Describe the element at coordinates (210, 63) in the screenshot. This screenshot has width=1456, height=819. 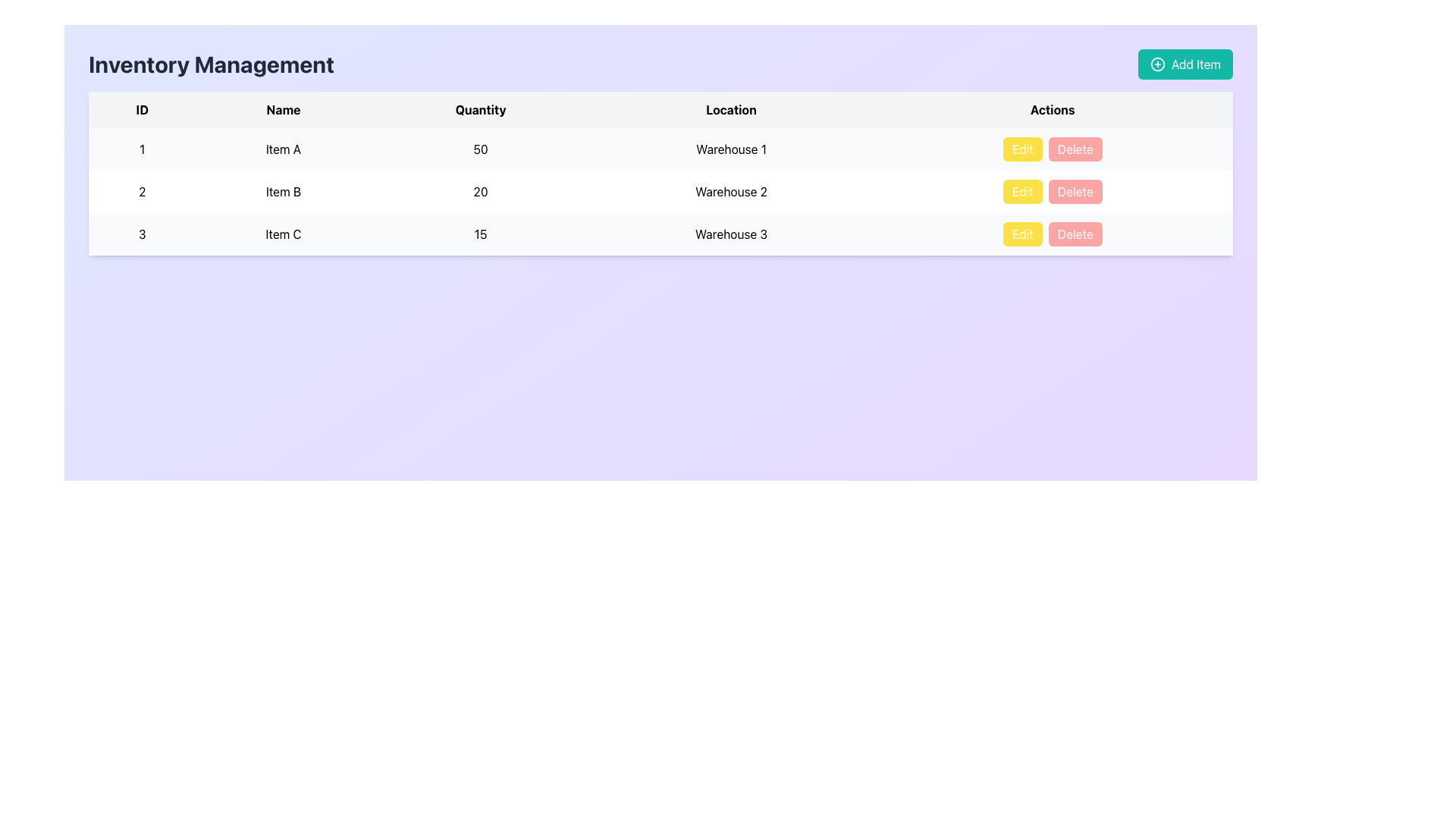
I see `the static text label that identifies the section as 'Inventory Management' located in the header row above the content table` at that location.